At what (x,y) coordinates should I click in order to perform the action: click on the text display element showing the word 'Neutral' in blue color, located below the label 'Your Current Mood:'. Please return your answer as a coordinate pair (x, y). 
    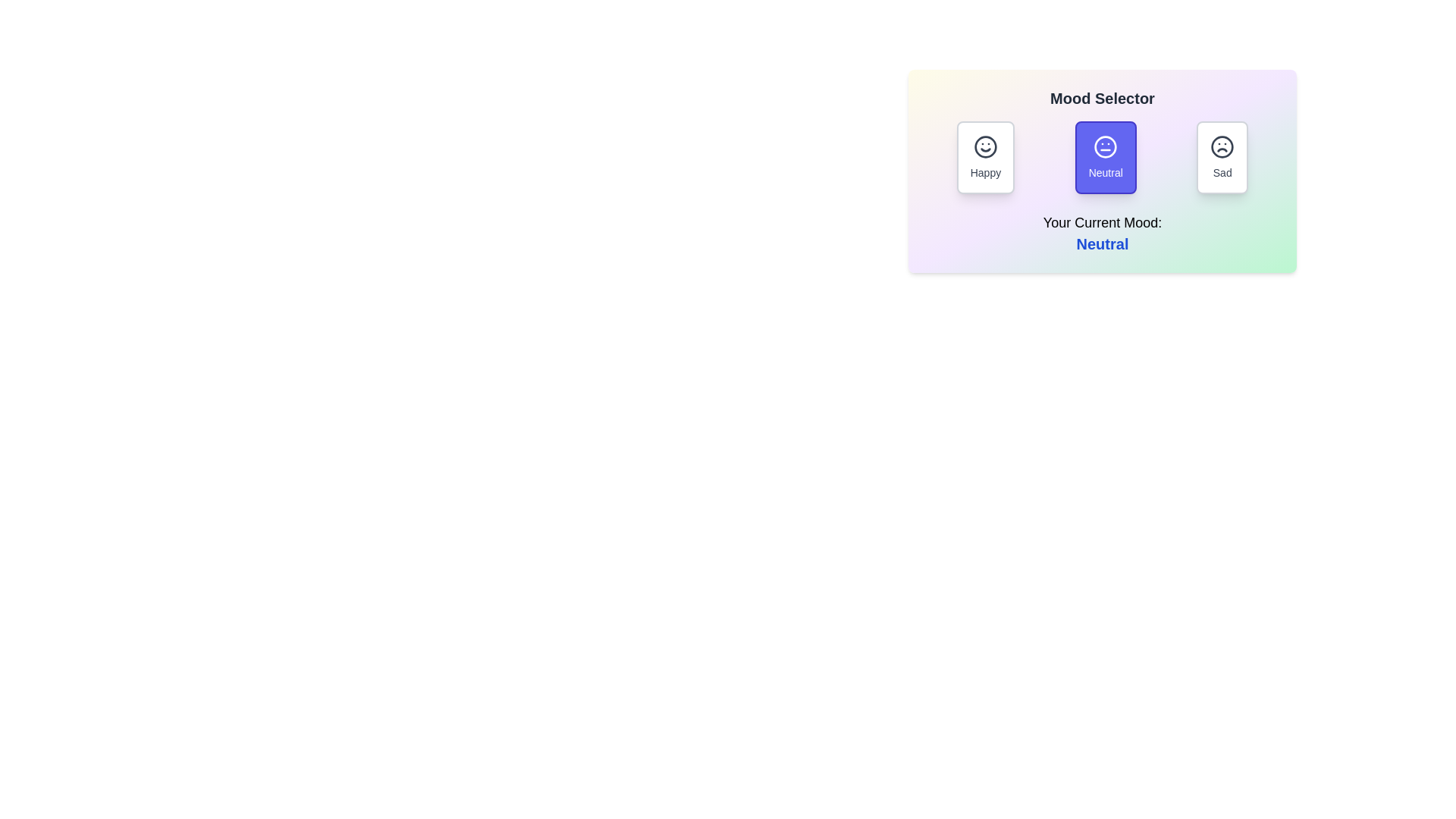
    Looking at the image, I should click on (1103, 243).